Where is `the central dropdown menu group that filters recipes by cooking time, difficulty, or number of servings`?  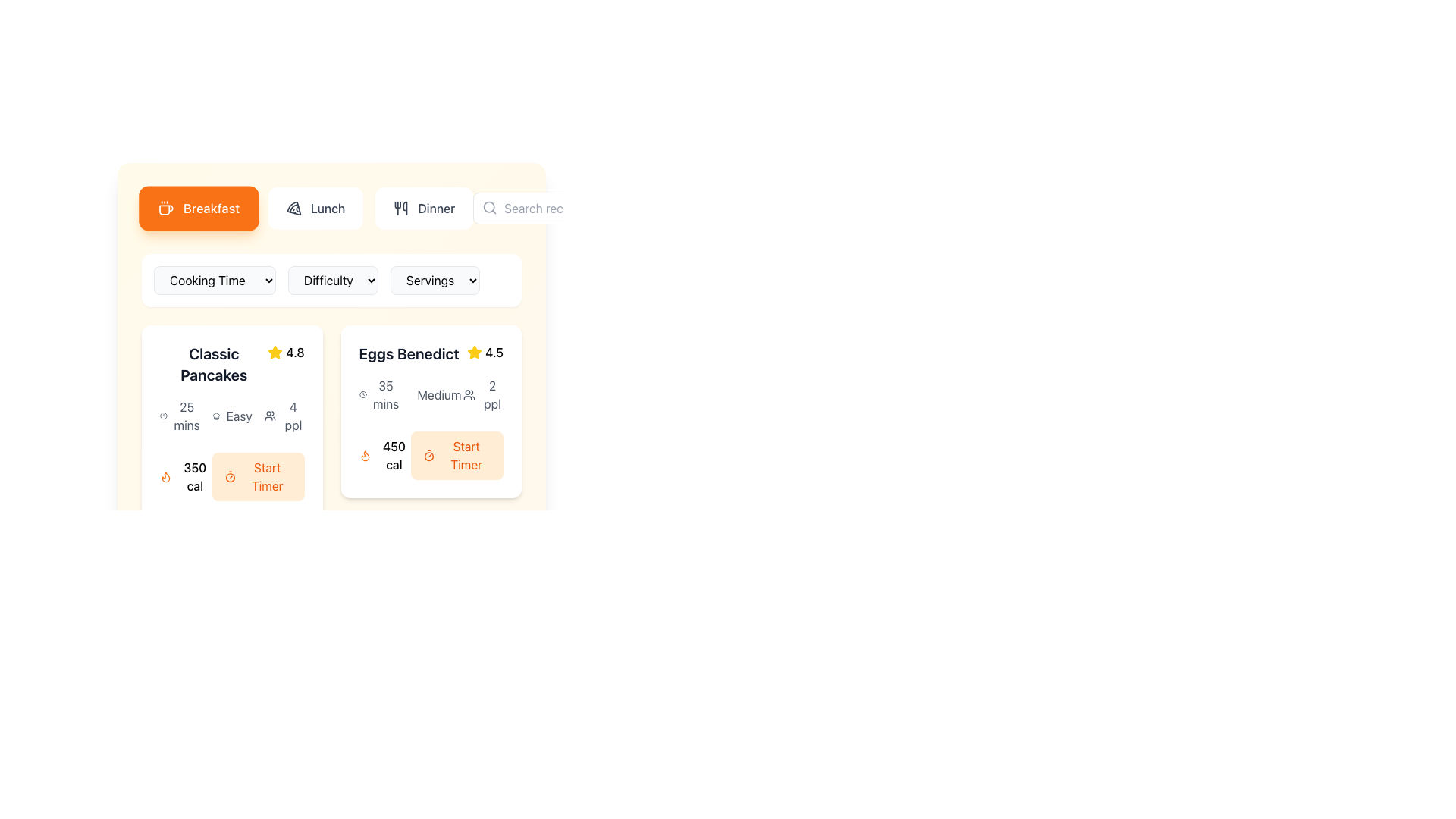
the central dropdown menu group that filters recipes by cooking time, difficulty, or number of servings is located at coordinates (331, 281).